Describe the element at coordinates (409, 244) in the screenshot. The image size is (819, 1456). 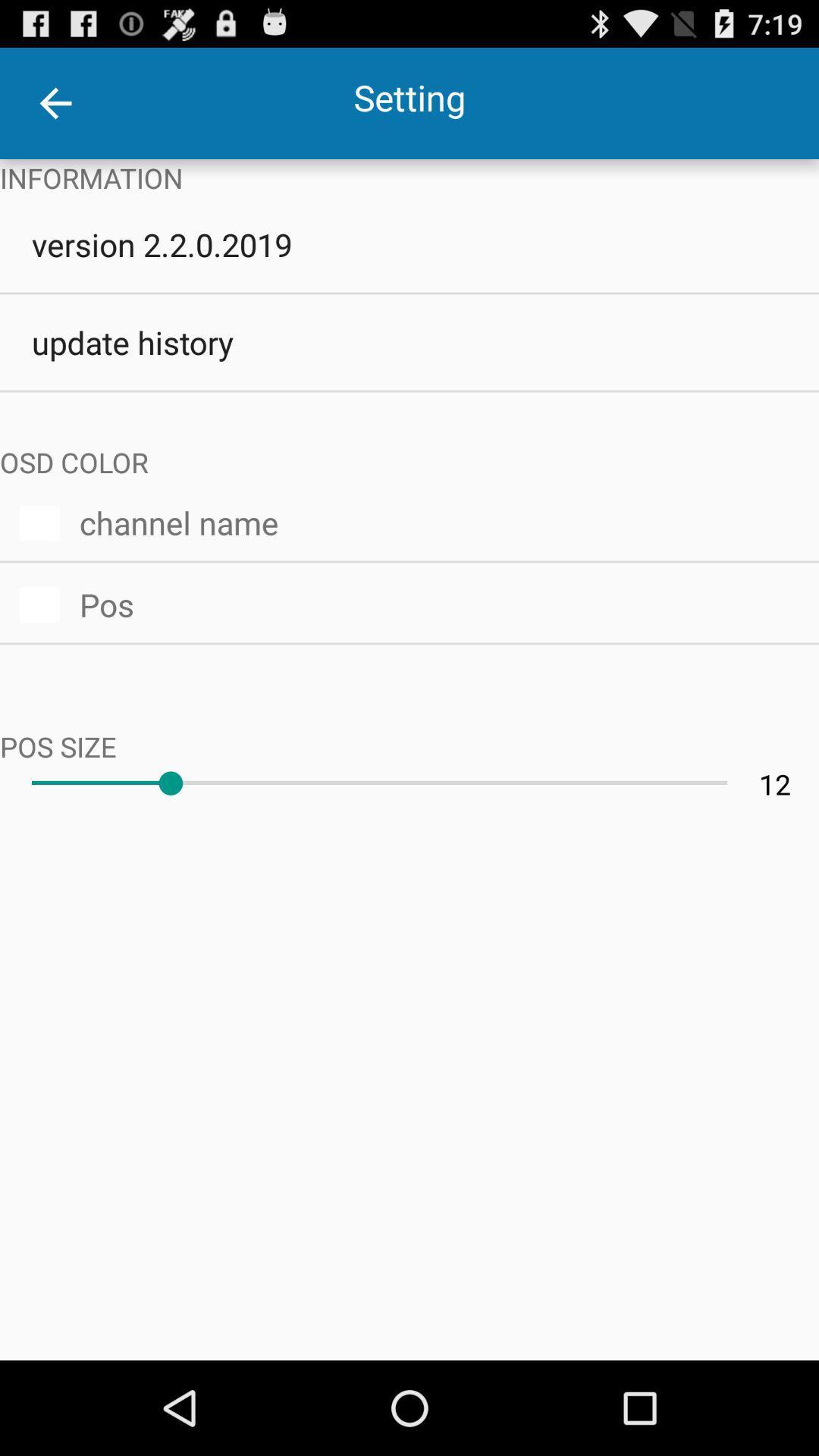
I see `item above update history item` at that location.